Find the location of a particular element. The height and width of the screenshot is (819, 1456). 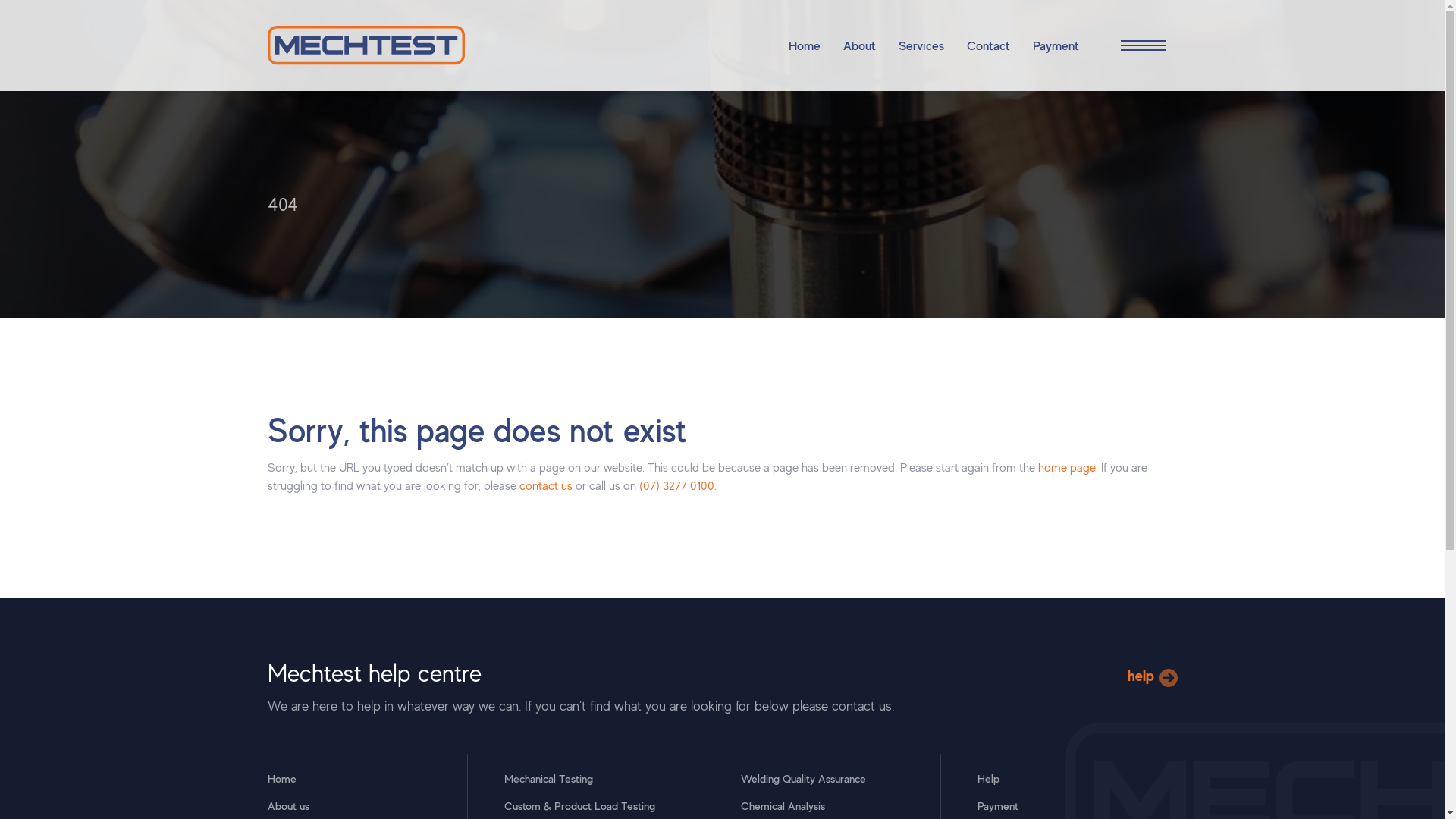

'Home' is located at coordinates (281, 778).